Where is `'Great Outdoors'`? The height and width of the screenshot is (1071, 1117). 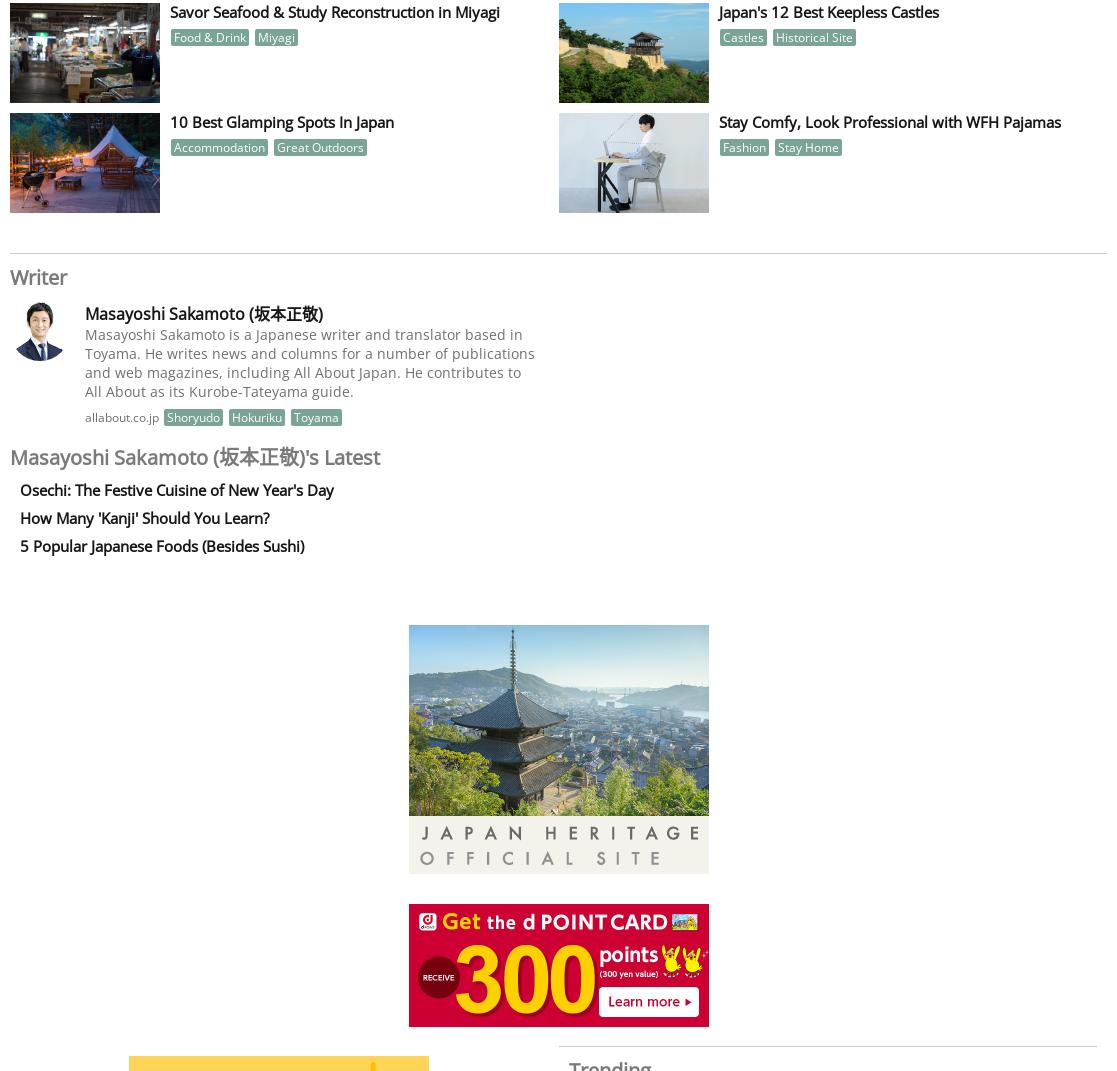 'Great Outdoors' is located at coordinates (276, 146).